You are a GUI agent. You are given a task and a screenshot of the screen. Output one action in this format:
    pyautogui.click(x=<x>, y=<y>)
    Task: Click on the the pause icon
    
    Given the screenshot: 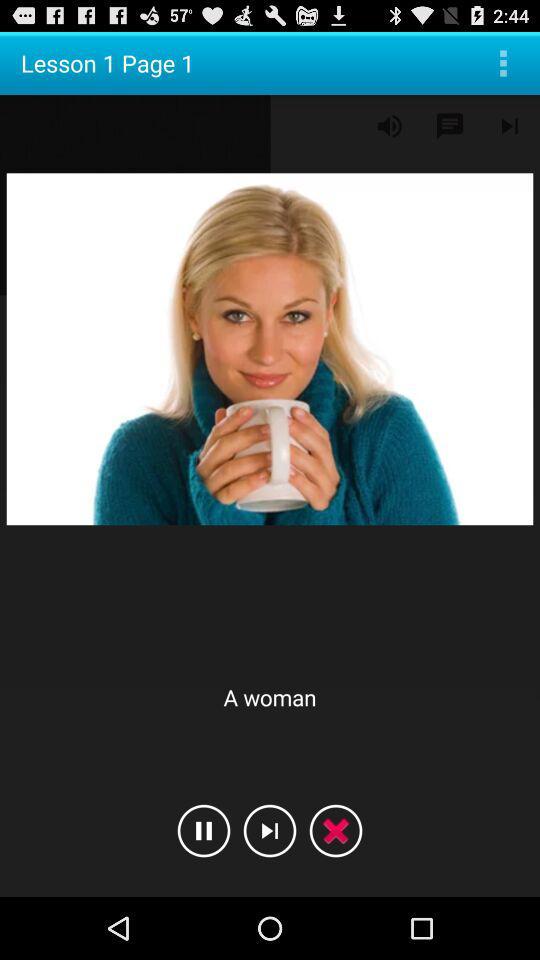 What is the action you would take?
    pyautogui.click(x=203, y=888)
    